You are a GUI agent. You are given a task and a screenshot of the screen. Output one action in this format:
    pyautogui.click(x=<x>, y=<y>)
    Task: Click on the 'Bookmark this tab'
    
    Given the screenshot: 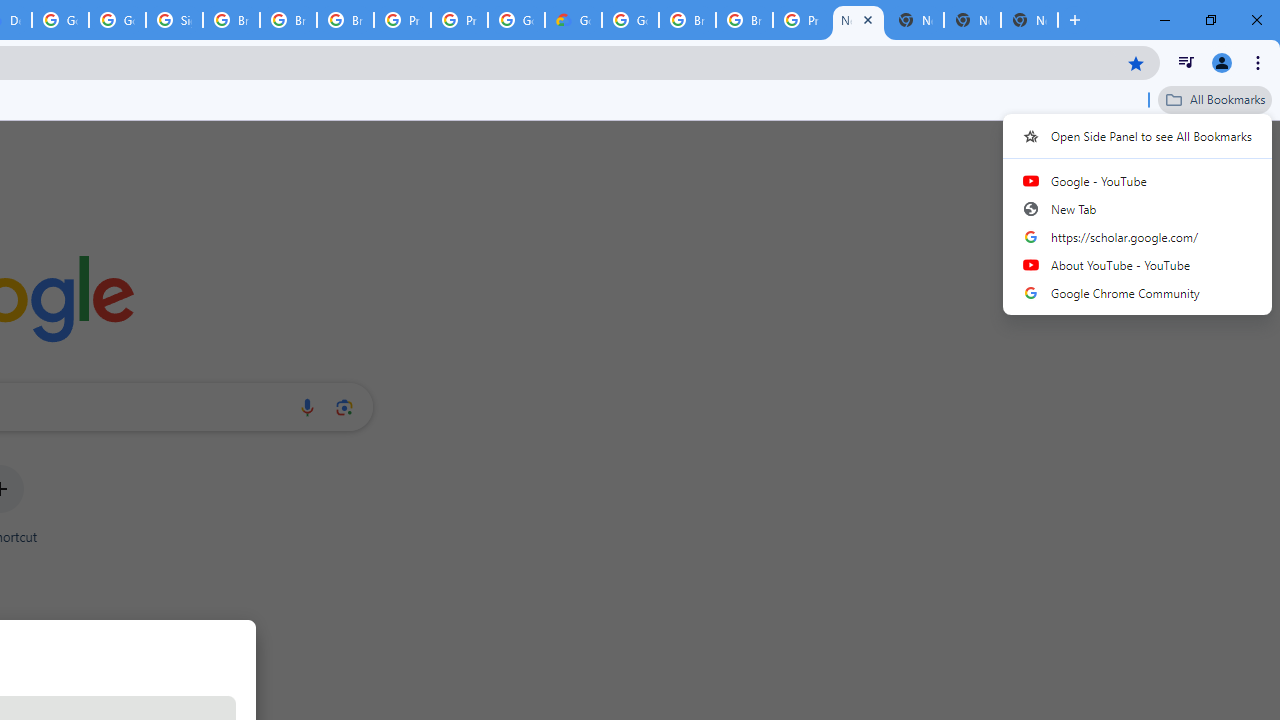 What is the action you would take?
    pyautogui.click(x=1136, y=61)
    